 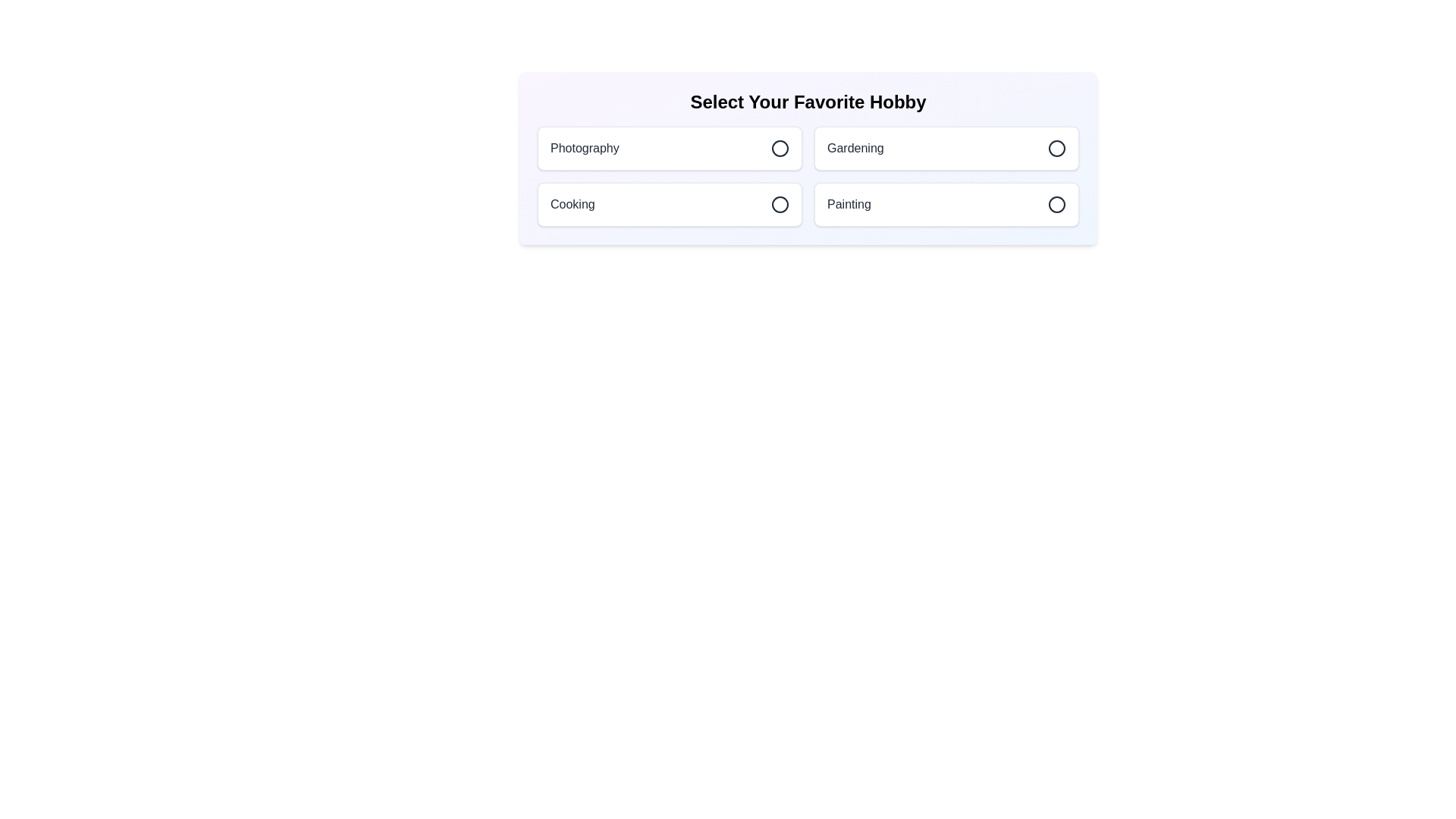 I want to click on the Gardening radio button, so click(x=1056, y=149).